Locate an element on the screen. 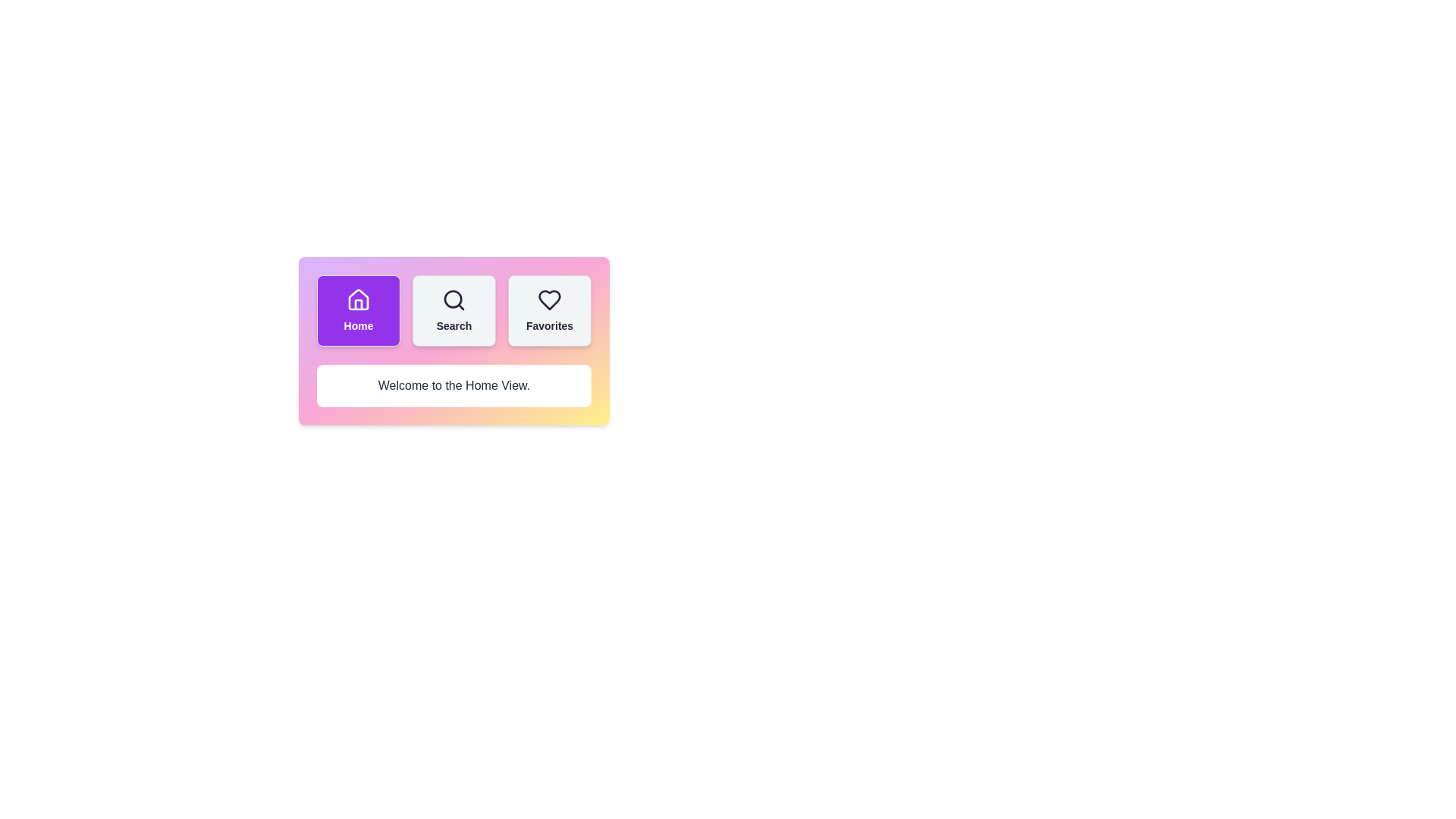 This screenshot has width=1456, height=819. the 'Favorites' text label, which is the third item in a row of three elements, located under the heart icon is located at coordinates (548, 325).